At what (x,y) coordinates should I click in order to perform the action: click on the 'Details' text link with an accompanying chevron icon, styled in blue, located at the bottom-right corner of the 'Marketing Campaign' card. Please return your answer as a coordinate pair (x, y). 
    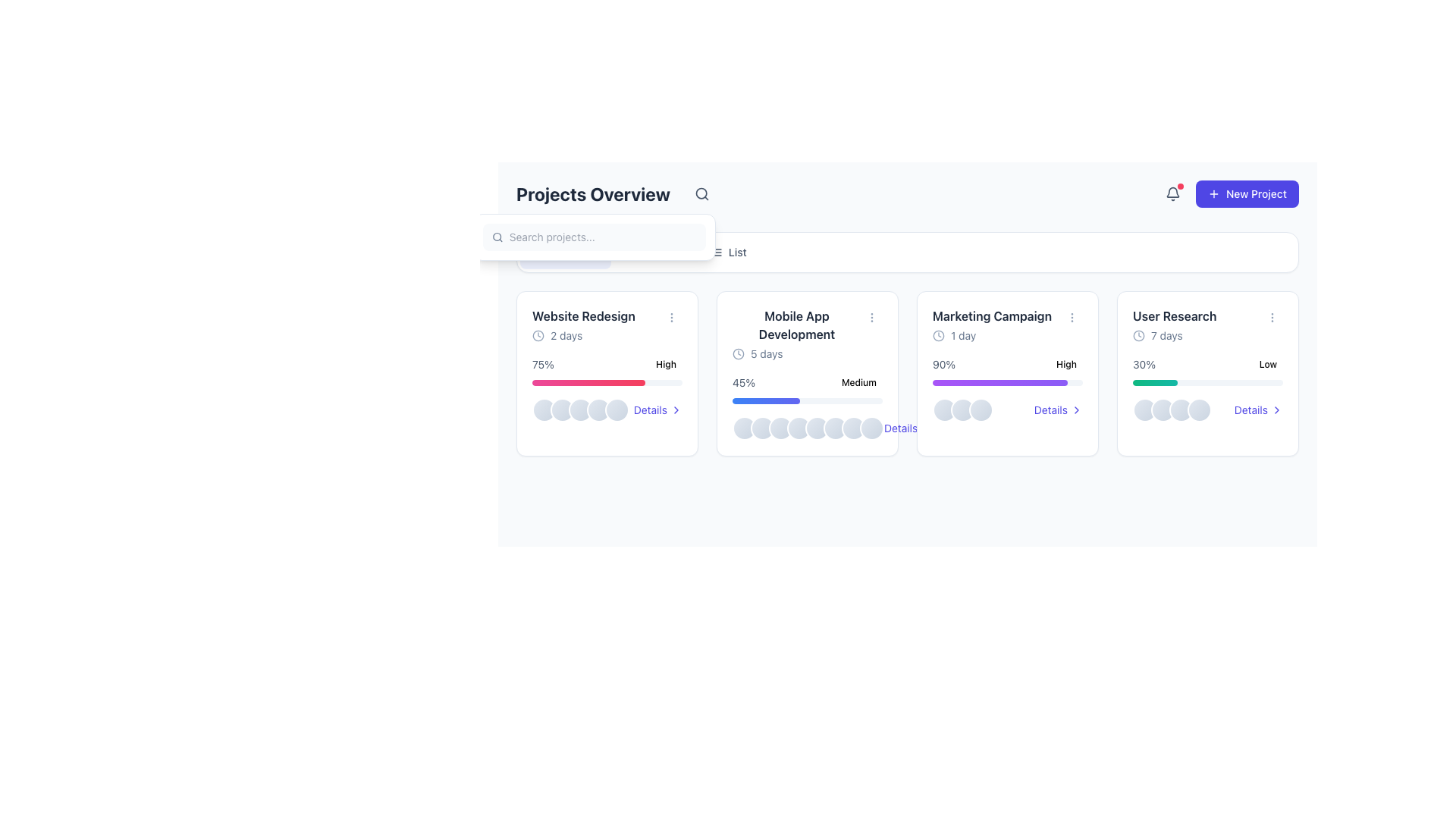
    Looking at the image, I should click on (1057, 409).